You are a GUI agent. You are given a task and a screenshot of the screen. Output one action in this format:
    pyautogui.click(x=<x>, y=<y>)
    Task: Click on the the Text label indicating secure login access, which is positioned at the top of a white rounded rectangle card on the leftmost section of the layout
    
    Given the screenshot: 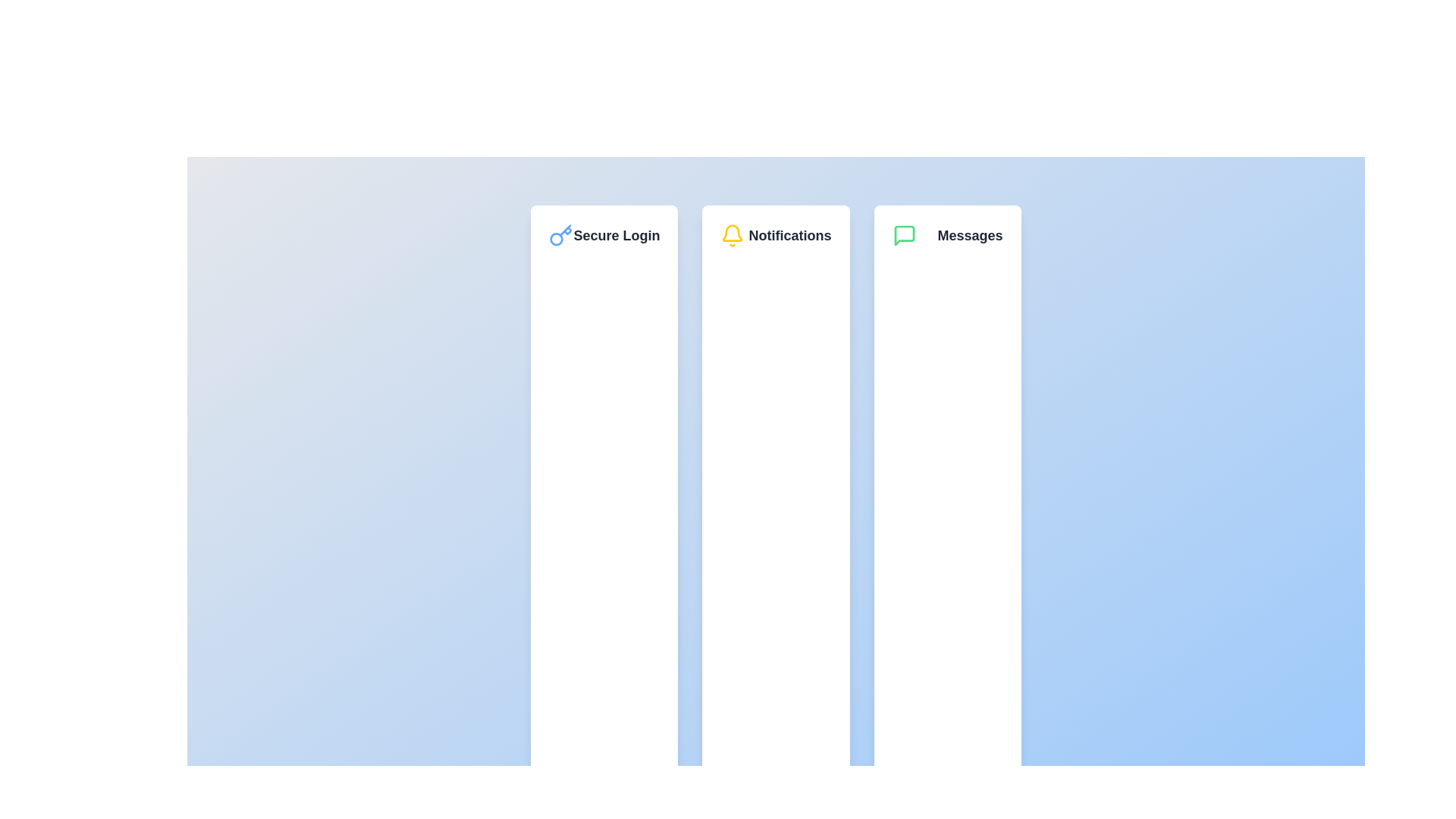 What is the action you would take?
    pyautogui.click(x=604, y=236)
    